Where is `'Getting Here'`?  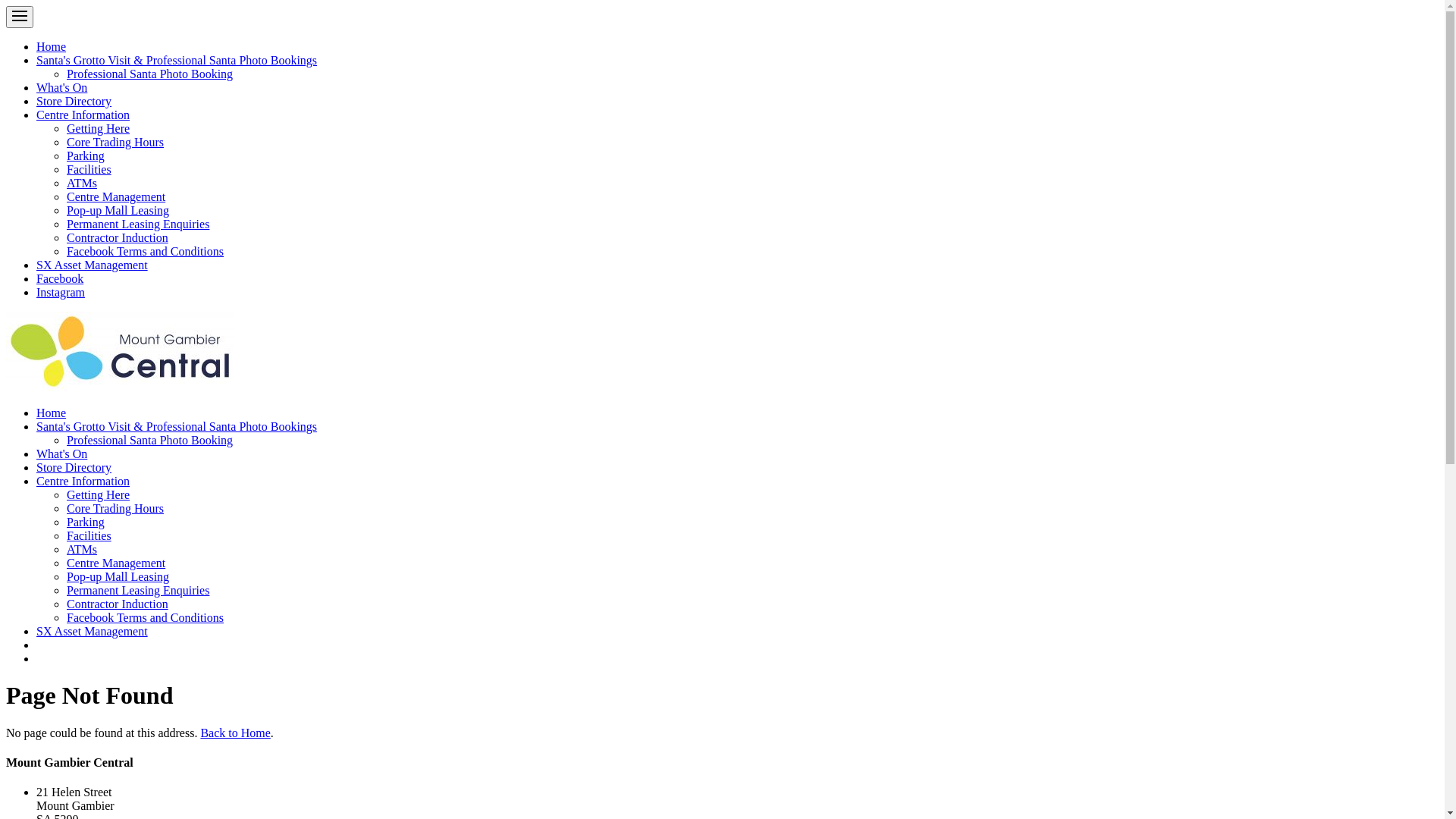
'Getting Here' is located at coordinates (97, 494).